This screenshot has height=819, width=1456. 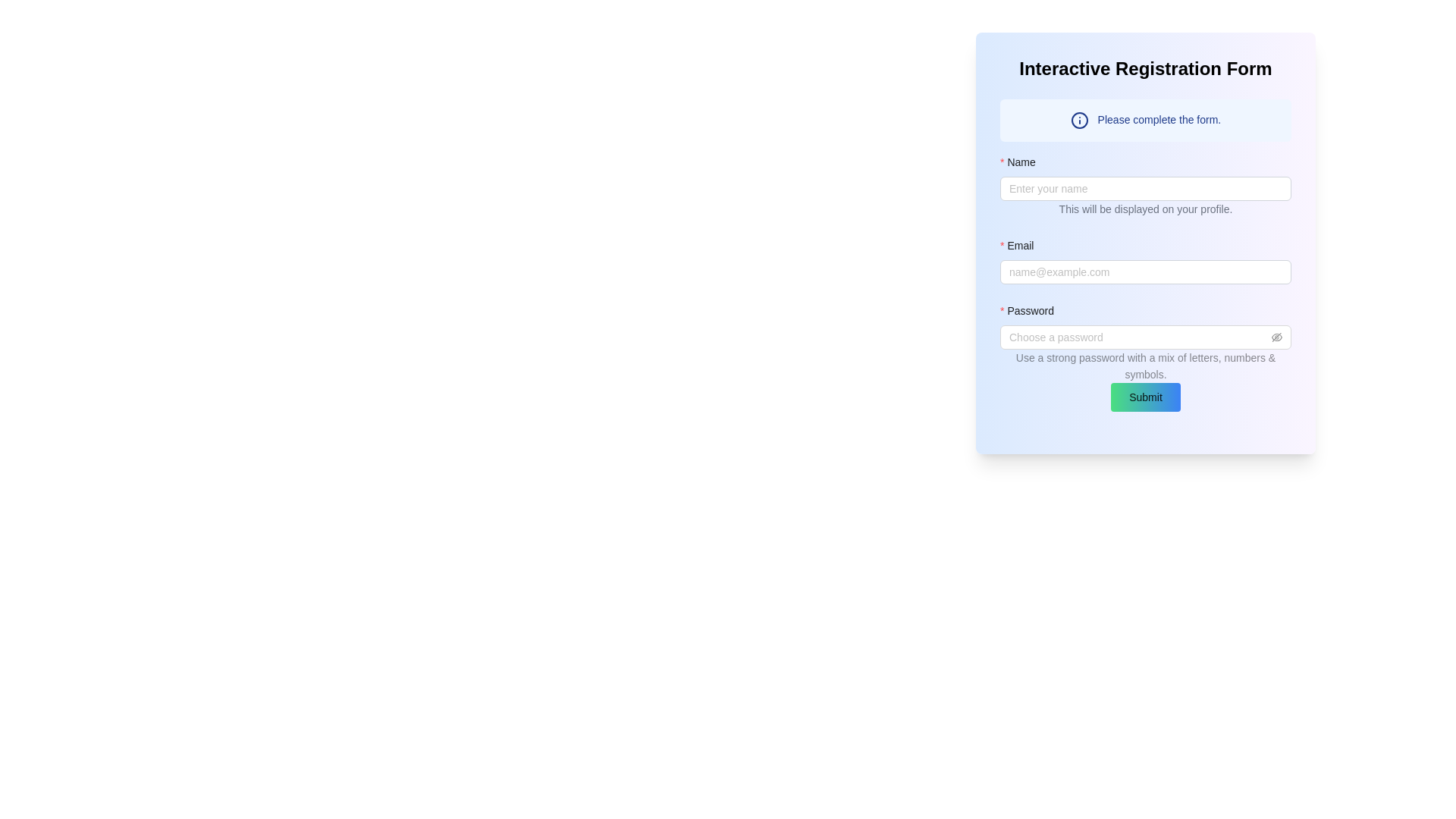 I want to click on the circular icon element indicating the need for the user to complete the form, located to the left of the 'Please complete the form.' text in the registration form header, so click(x=1078, y=120).